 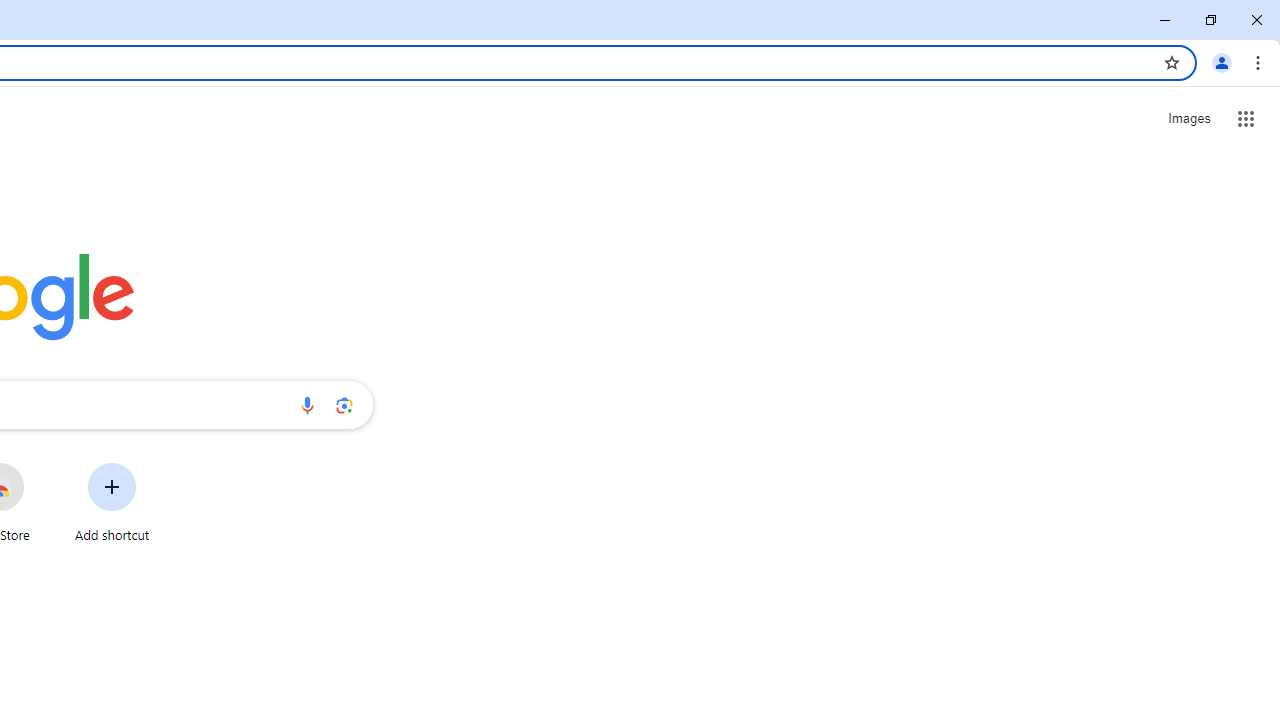 What do you see at coordinates (39, 464) in the screenshot?
I see `'More actions for Web Store shortcut'` at bounding box center [39, 464].